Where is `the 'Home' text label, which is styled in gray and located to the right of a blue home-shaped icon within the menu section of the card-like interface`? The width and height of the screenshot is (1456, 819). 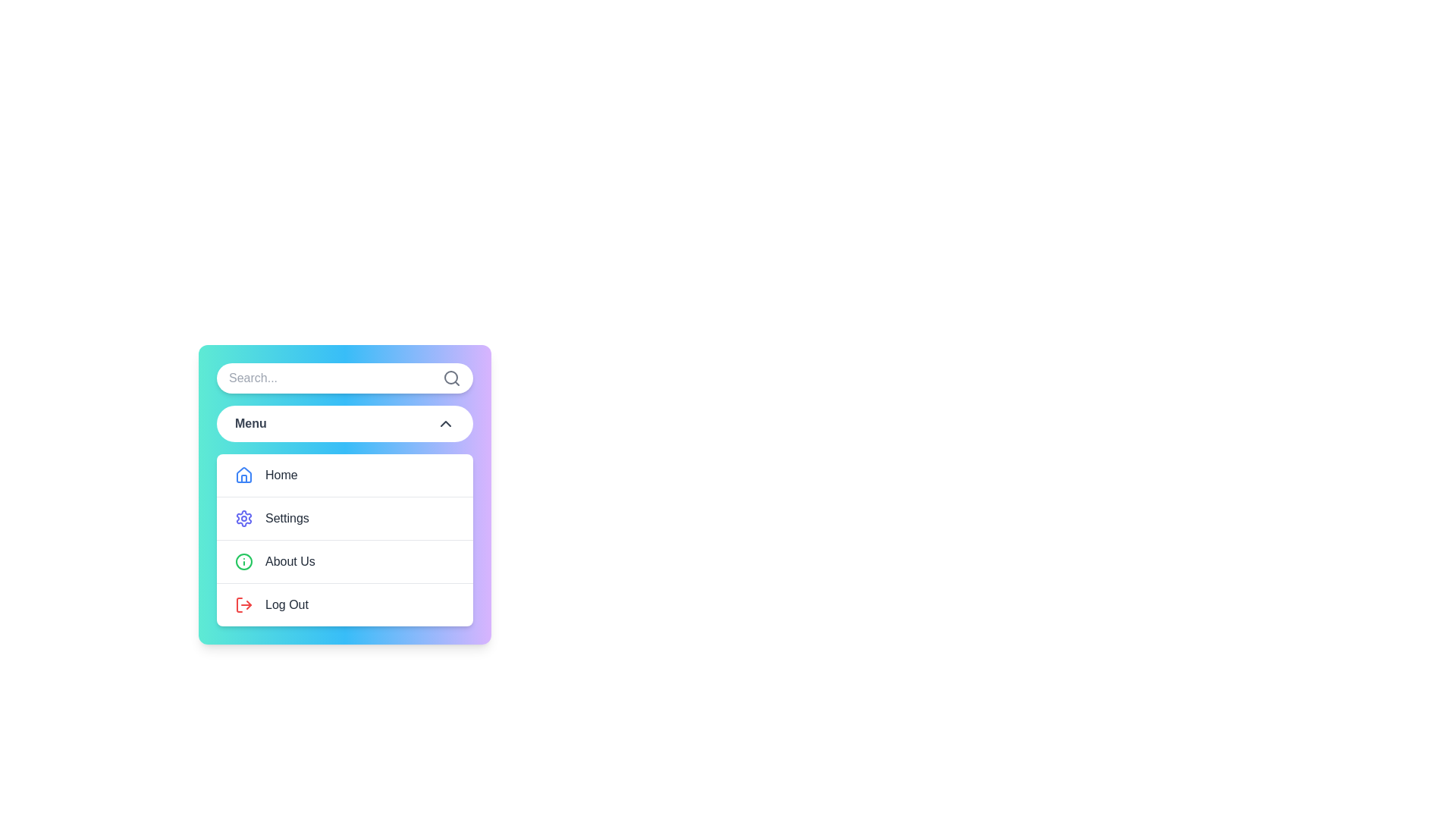 the 'Home' text label, which is styled in gray and located to the right of a blue home-shaped icon within the menu section of the card-like interface is located at coordinates (281, 475).